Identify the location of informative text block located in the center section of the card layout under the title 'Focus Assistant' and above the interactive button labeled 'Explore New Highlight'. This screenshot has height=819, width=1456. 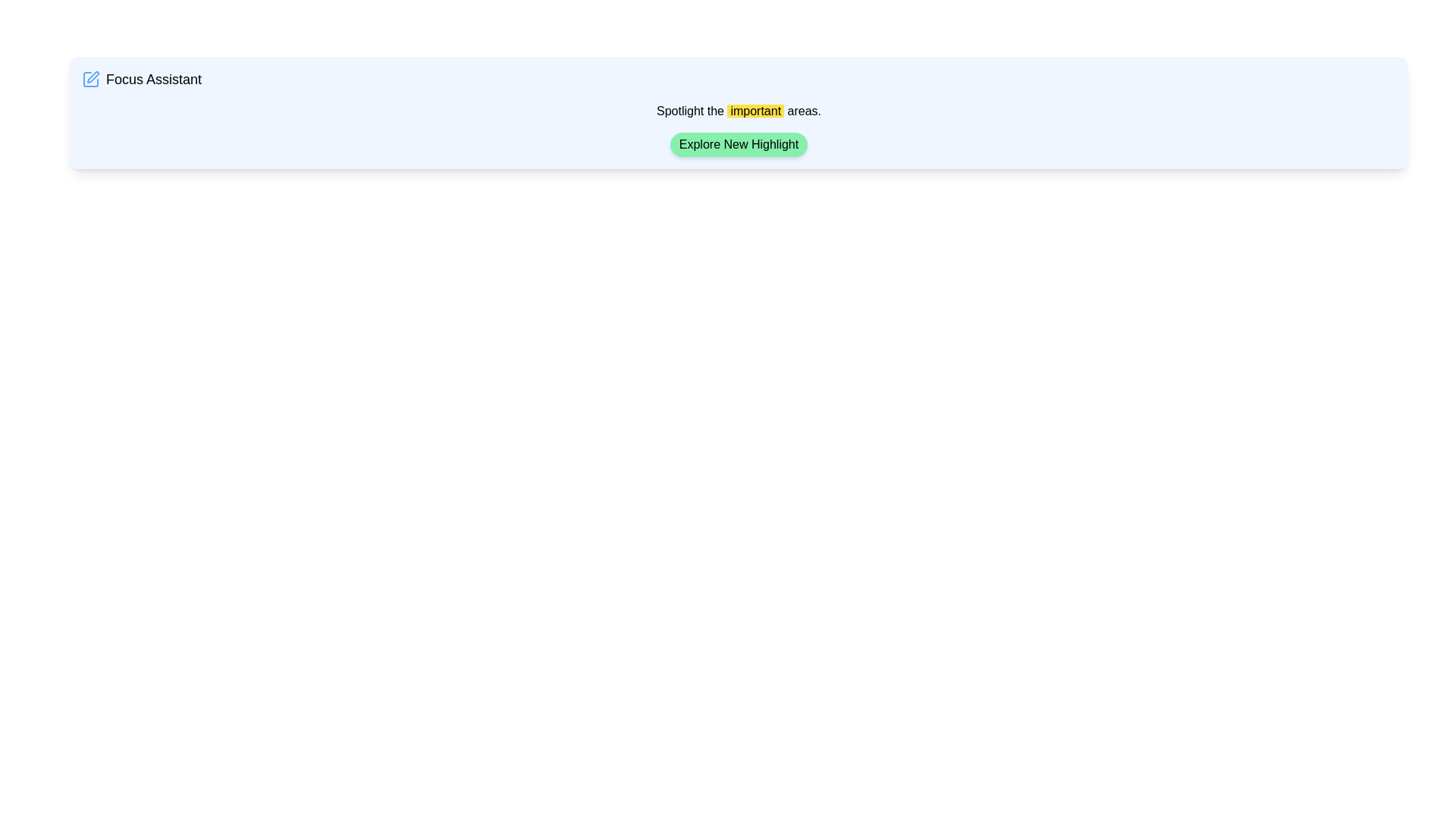
(739, 110).